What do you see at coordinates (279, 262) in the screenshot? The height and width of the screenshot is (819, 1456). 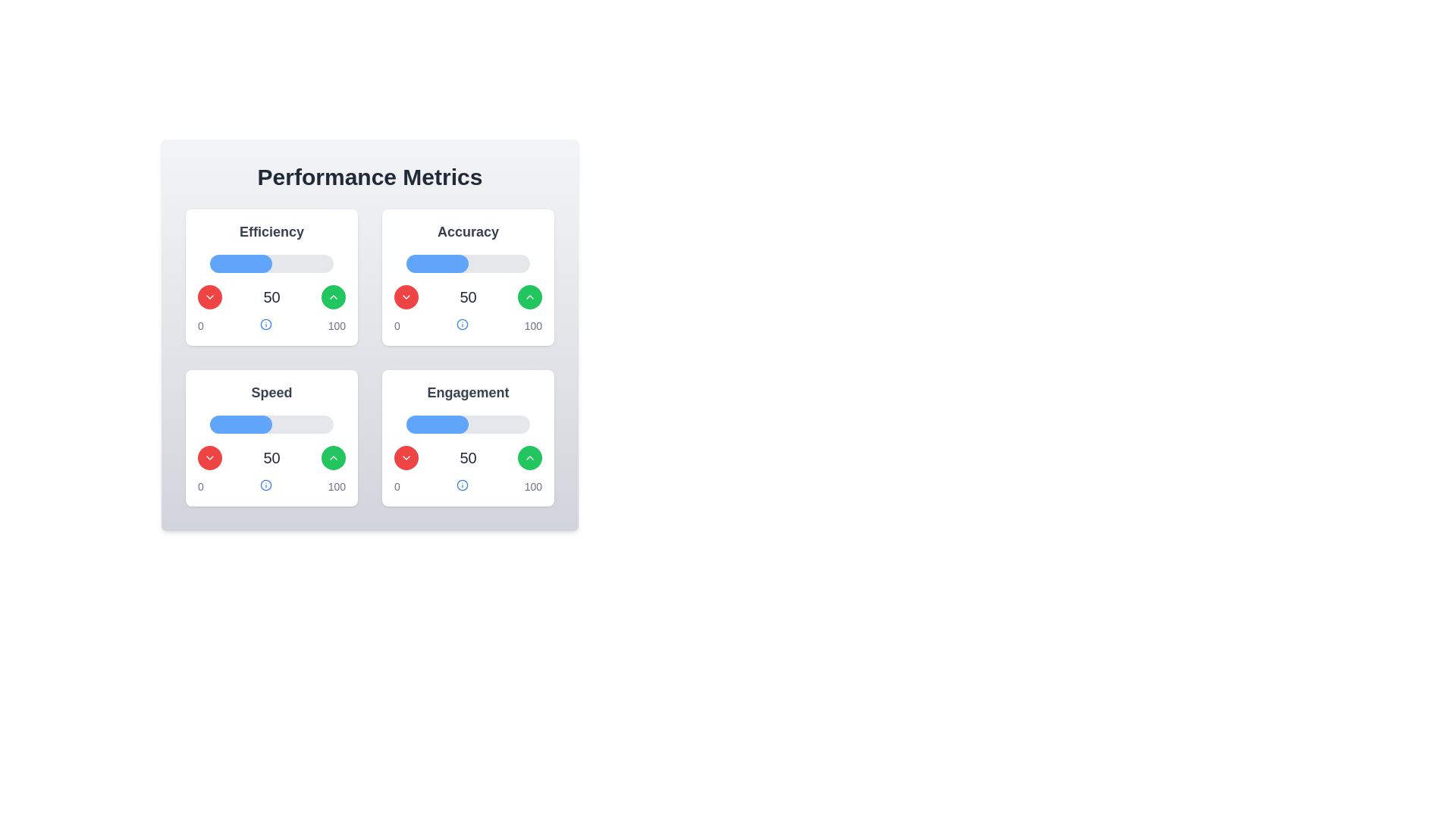 I see `the efficiency value` at bounding box center [279, 262].